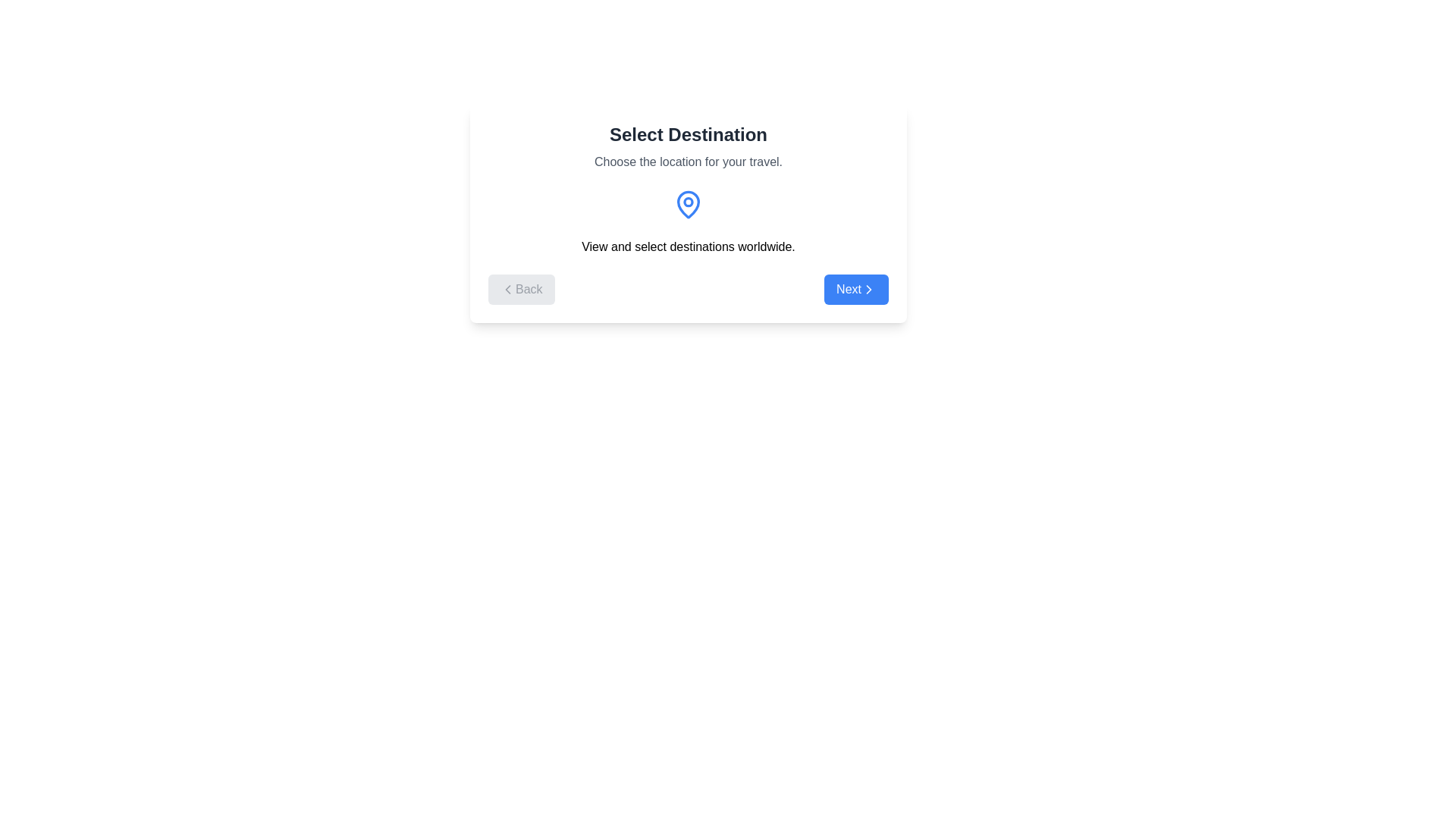 The width and height of the screenshot is (1456, 819). What do you see at coordinates (687, 205) in the screenshot?
I see `the blue map pin icon, which is centrally located below the 'Select Destination' text and above the description 'View and select destinations worldwide.'` at bounding box center [687, 205].